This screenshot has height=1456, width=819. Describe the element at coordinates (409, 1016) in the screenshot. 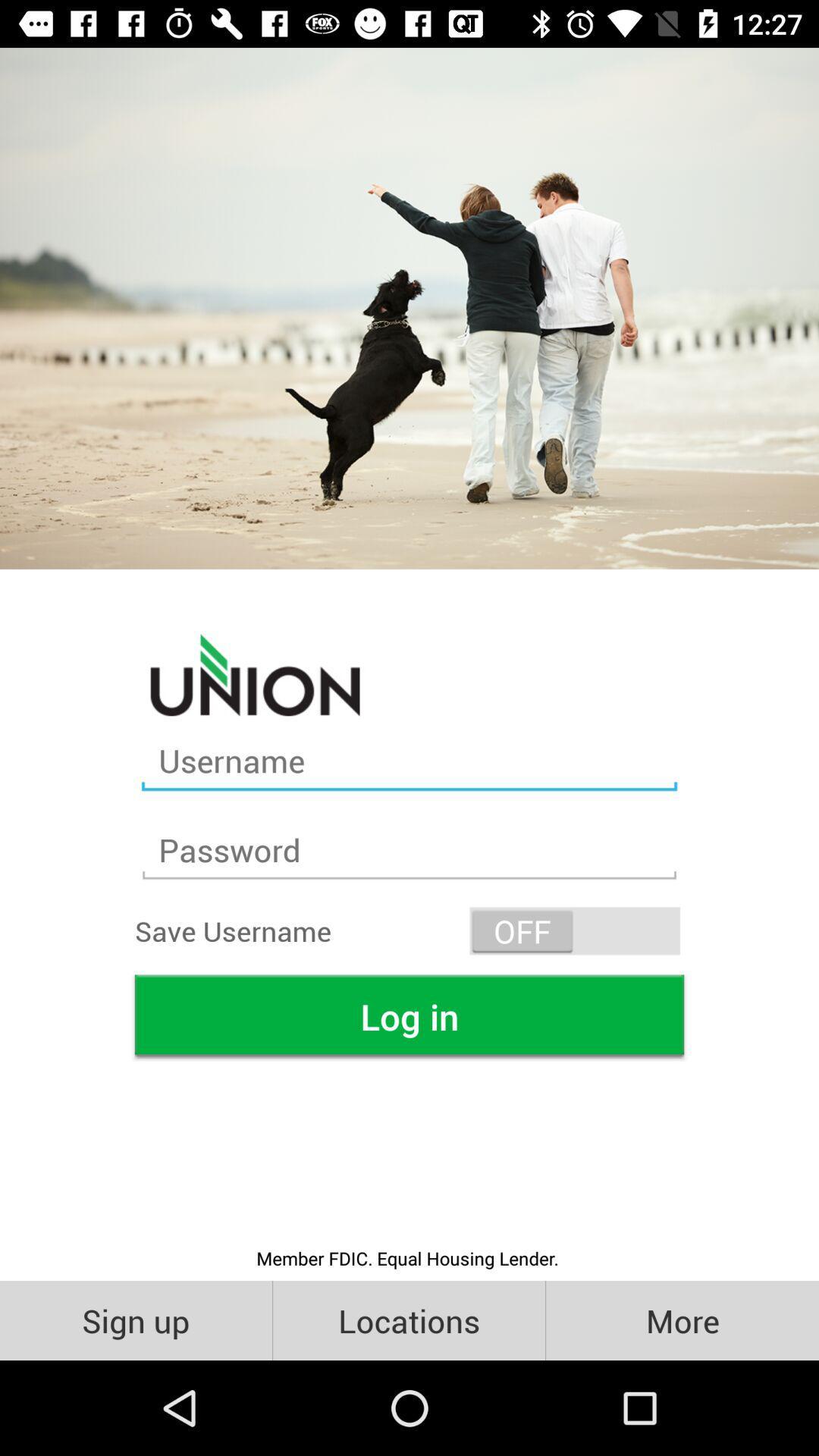

I see `the icon above the member fdic equal` at that location.